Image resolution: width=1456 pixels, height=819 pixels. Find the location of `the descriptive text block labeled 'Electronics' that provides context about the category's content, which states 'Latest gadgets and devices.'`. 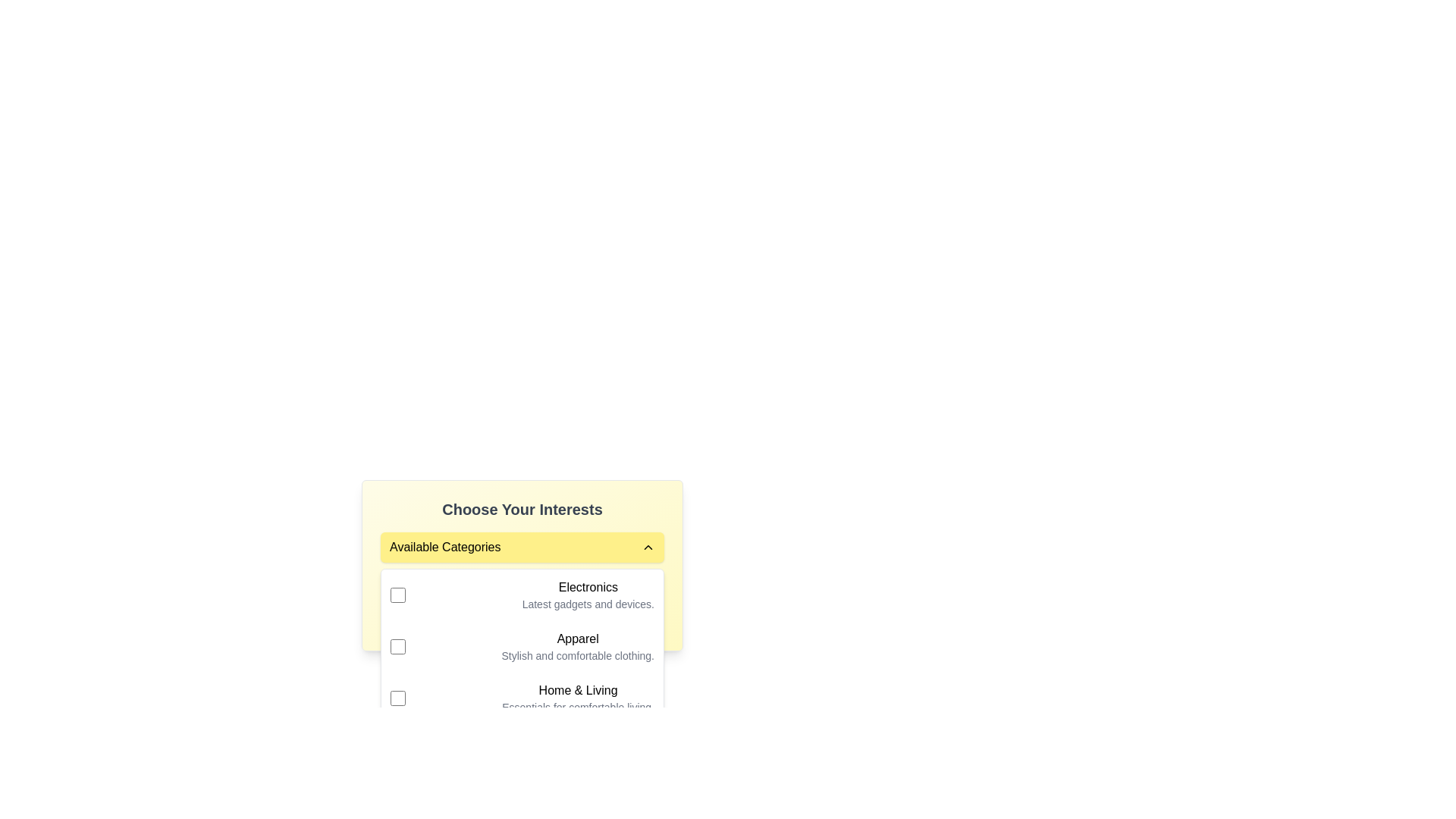

the descriptive text block labeled 'Electronics' that provides context about the category's content, which states 'Latest gadgets and devices.' is located at coordinates (587, 595).